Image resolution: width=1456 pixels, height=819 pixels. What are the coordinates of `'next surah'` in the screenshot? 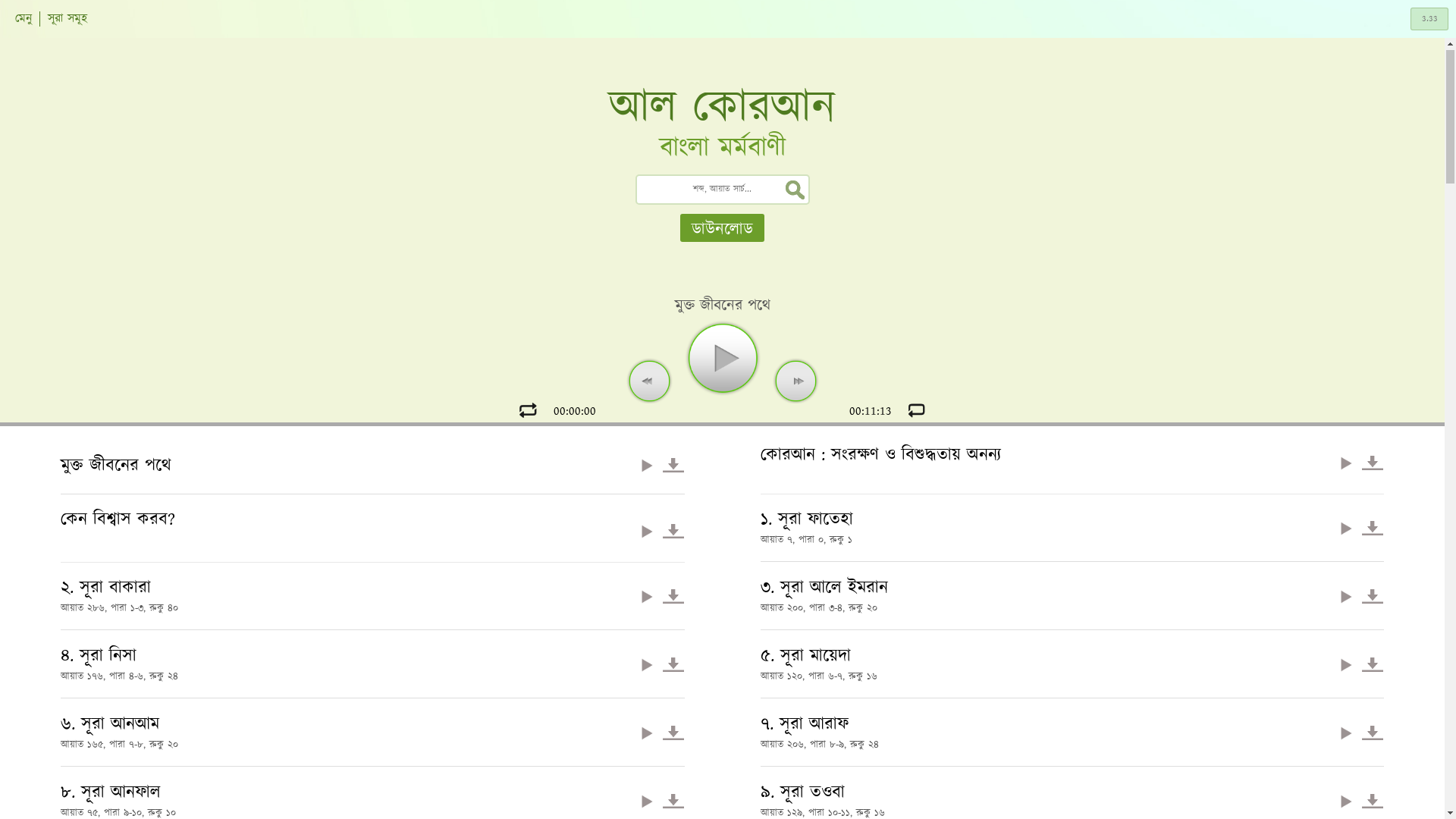 It's located at (795, 379).